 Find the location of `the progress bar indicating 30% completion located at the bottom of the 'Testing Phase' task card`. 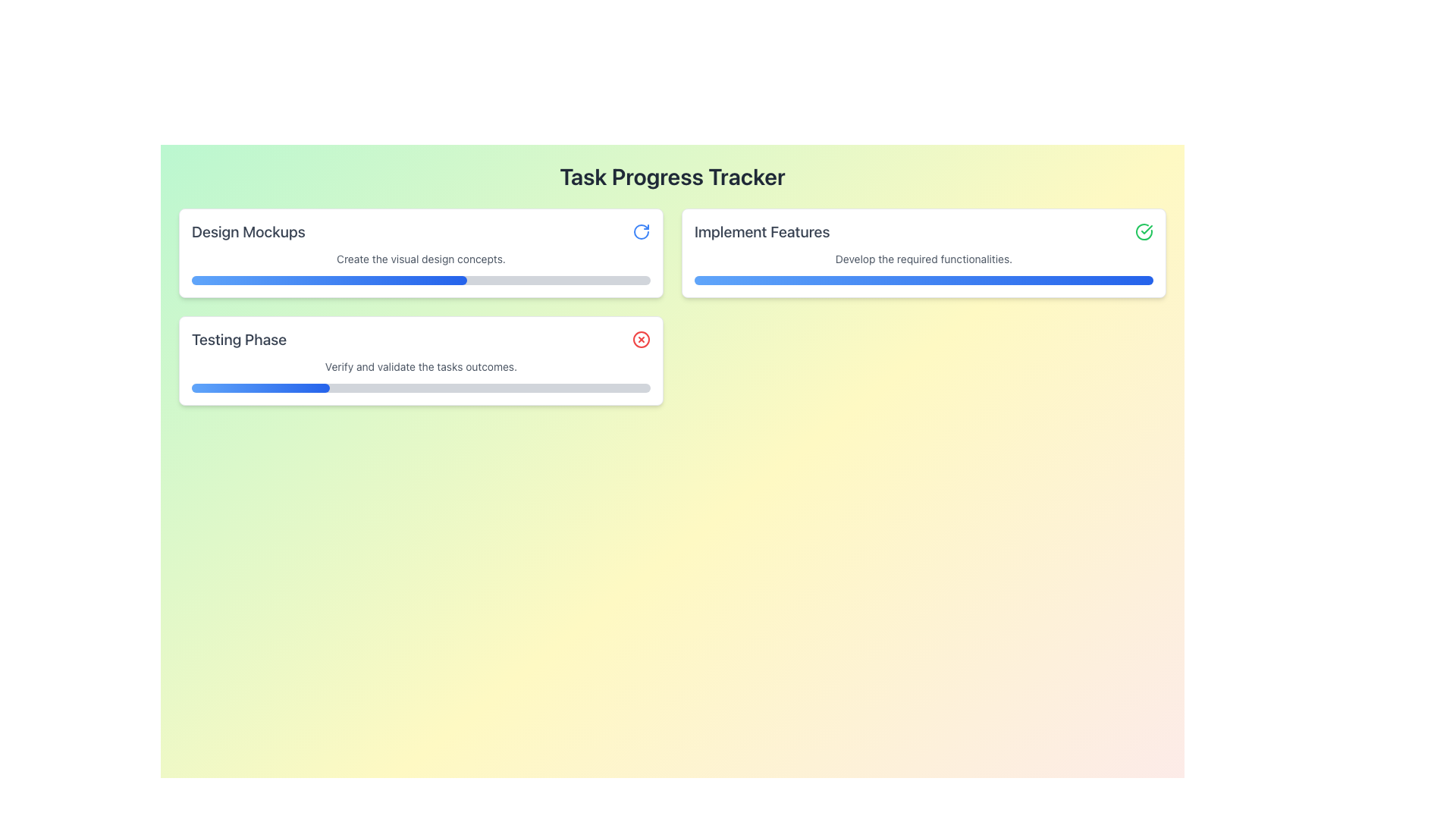

the progress bar indicating 30% completion located at the bottom of the 'Testing Phase' task card is located at coordinates (260, 388).